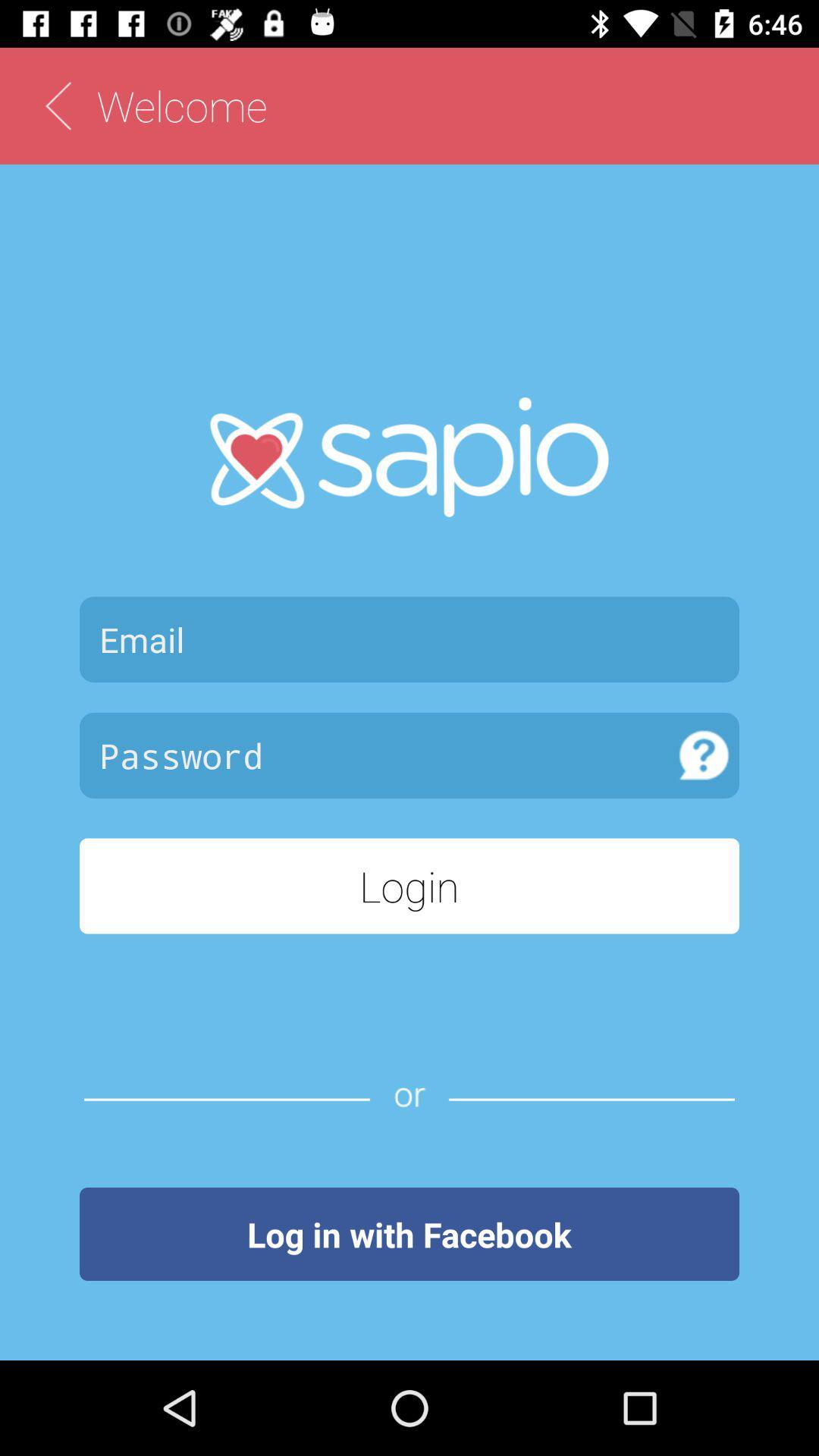  I want to click on item above login, so click(704, 755).